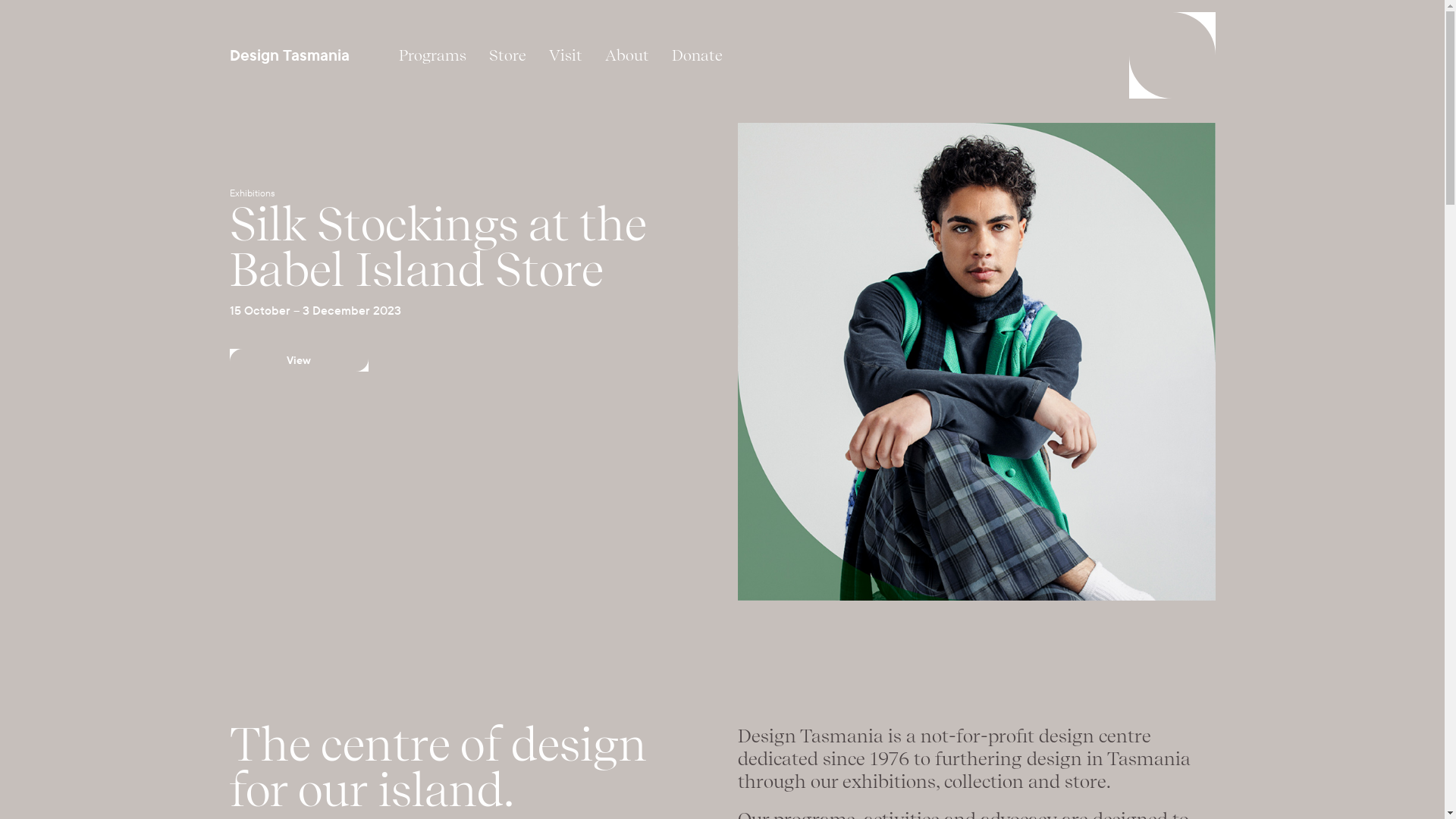 The image size is (1456, 819). I want to click on 'Design Tasmania', so click(290, 55).